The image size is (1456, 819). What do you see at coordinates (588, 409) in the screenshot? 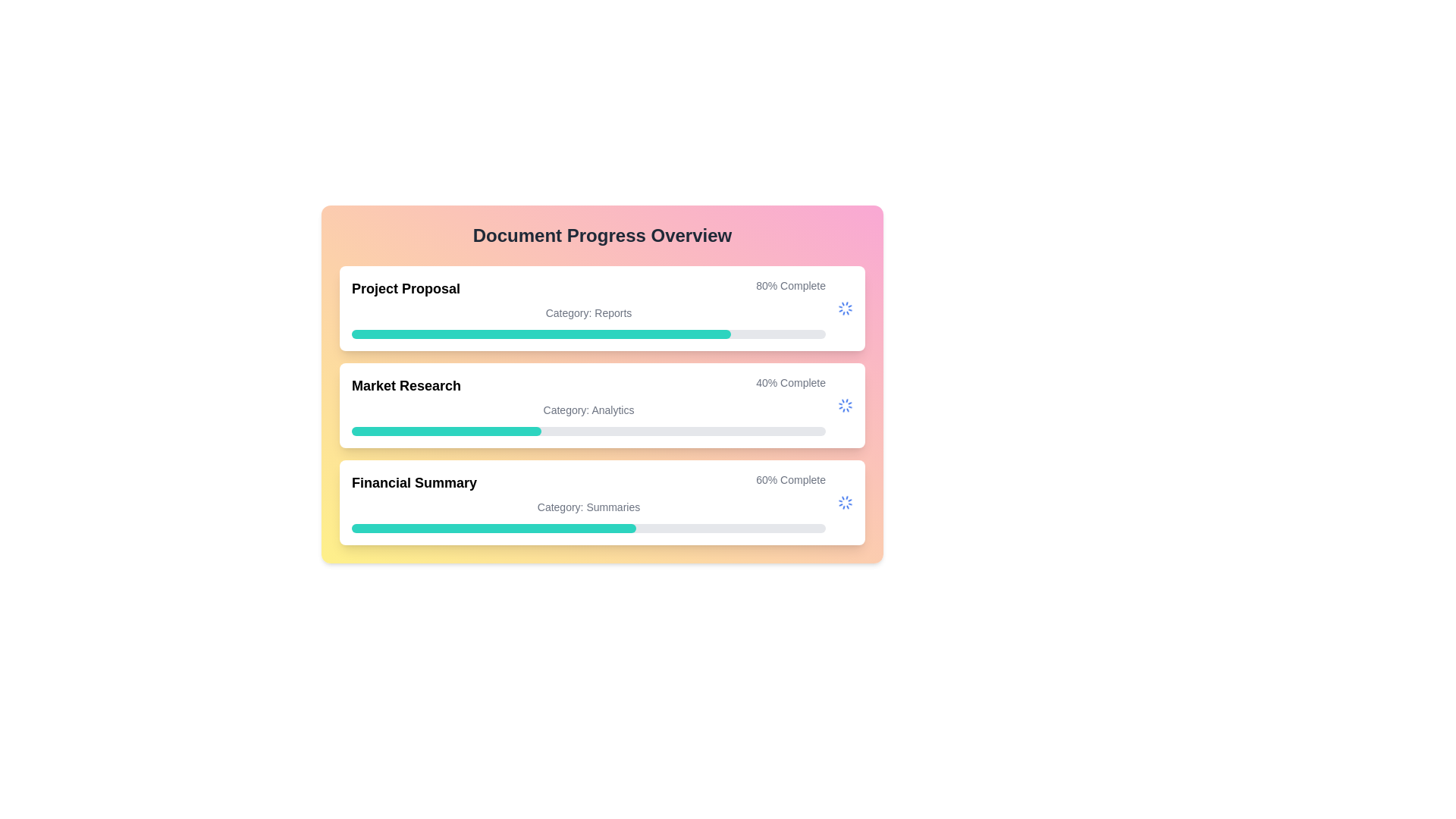
I see `text label categorizing the item's content as 'Analytics', which is centrally located within the 'Market Research' section, below '40% Complete' and above the progress bar` at bounding box center [588, 409].